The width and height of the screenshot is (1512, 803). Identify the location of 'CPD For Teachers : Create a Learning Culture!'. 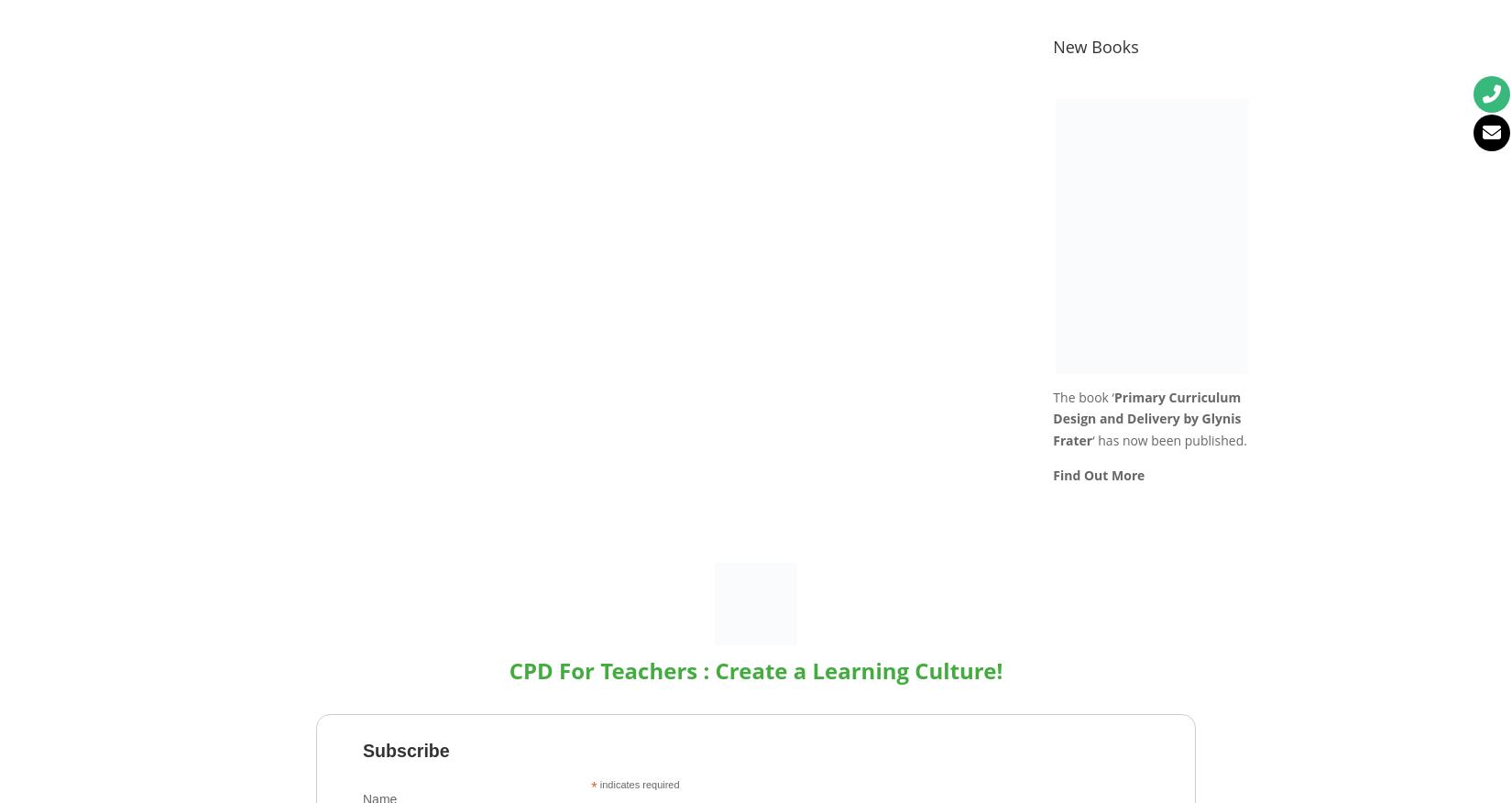
(754, 669).